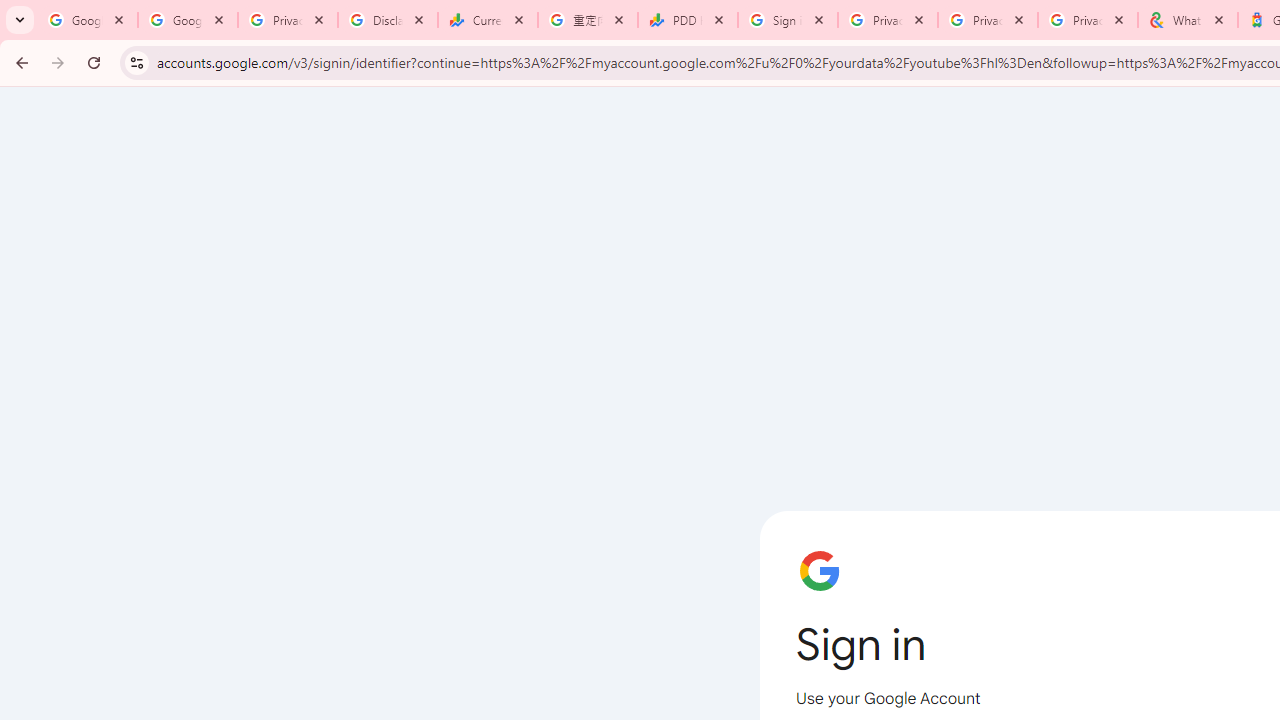 The width and height of the screenshot is (1280, 720). What do you see at coordinates (487, 20) in the screenshot?
I see `'Currencies - Google Finance'` at bounding box center [487, 20].